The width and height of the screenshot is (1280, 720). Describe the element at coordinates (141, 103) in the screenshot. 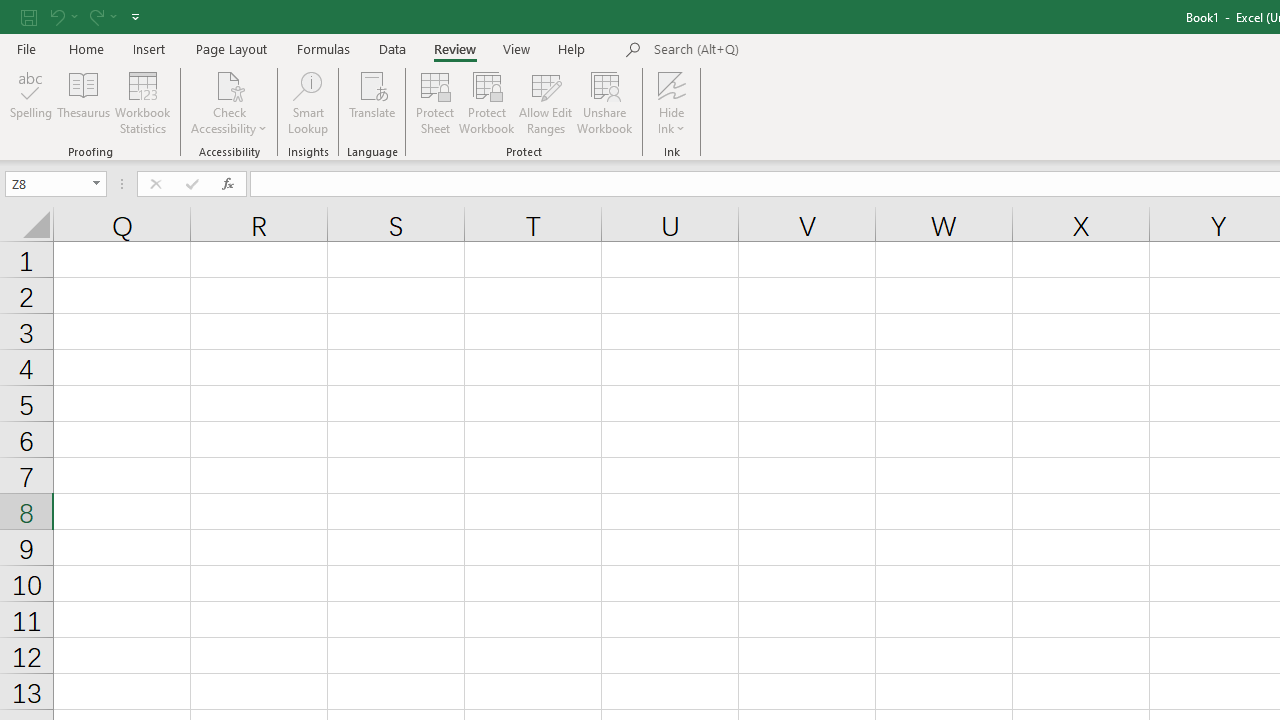

I see `'Workbook Statistics'` at that location.